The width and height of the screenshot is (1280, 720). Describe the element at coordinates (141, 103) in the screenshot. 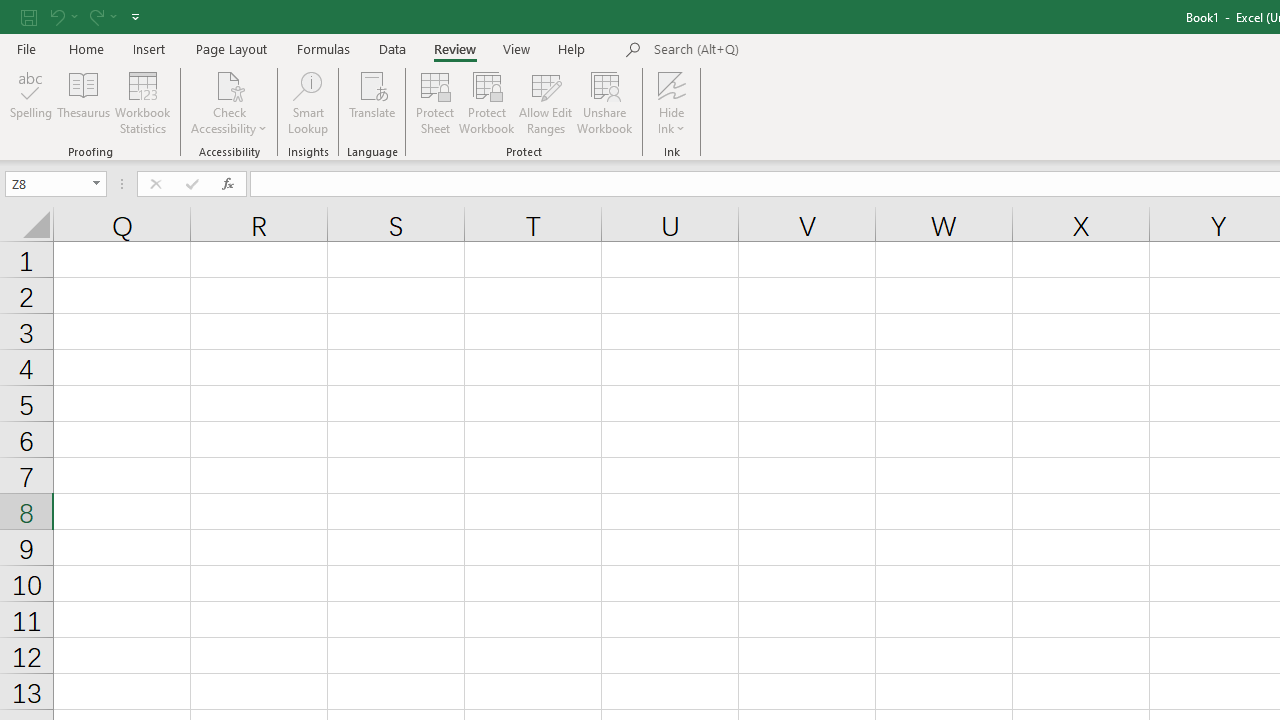

I see `'Workbook Statistics'` at that location.